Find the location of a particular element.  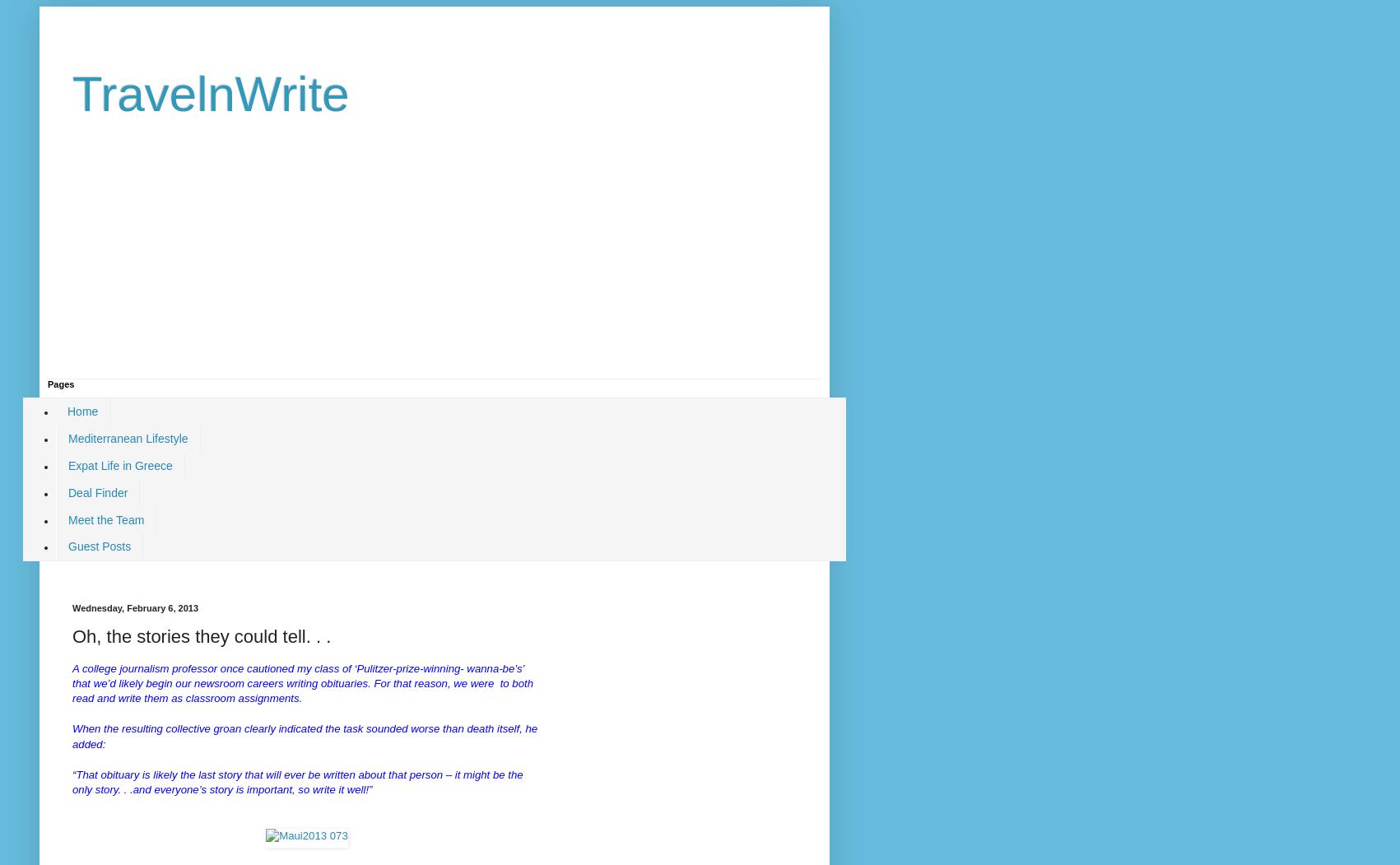

'Meet the Team' is located at coordinates (105, 519).